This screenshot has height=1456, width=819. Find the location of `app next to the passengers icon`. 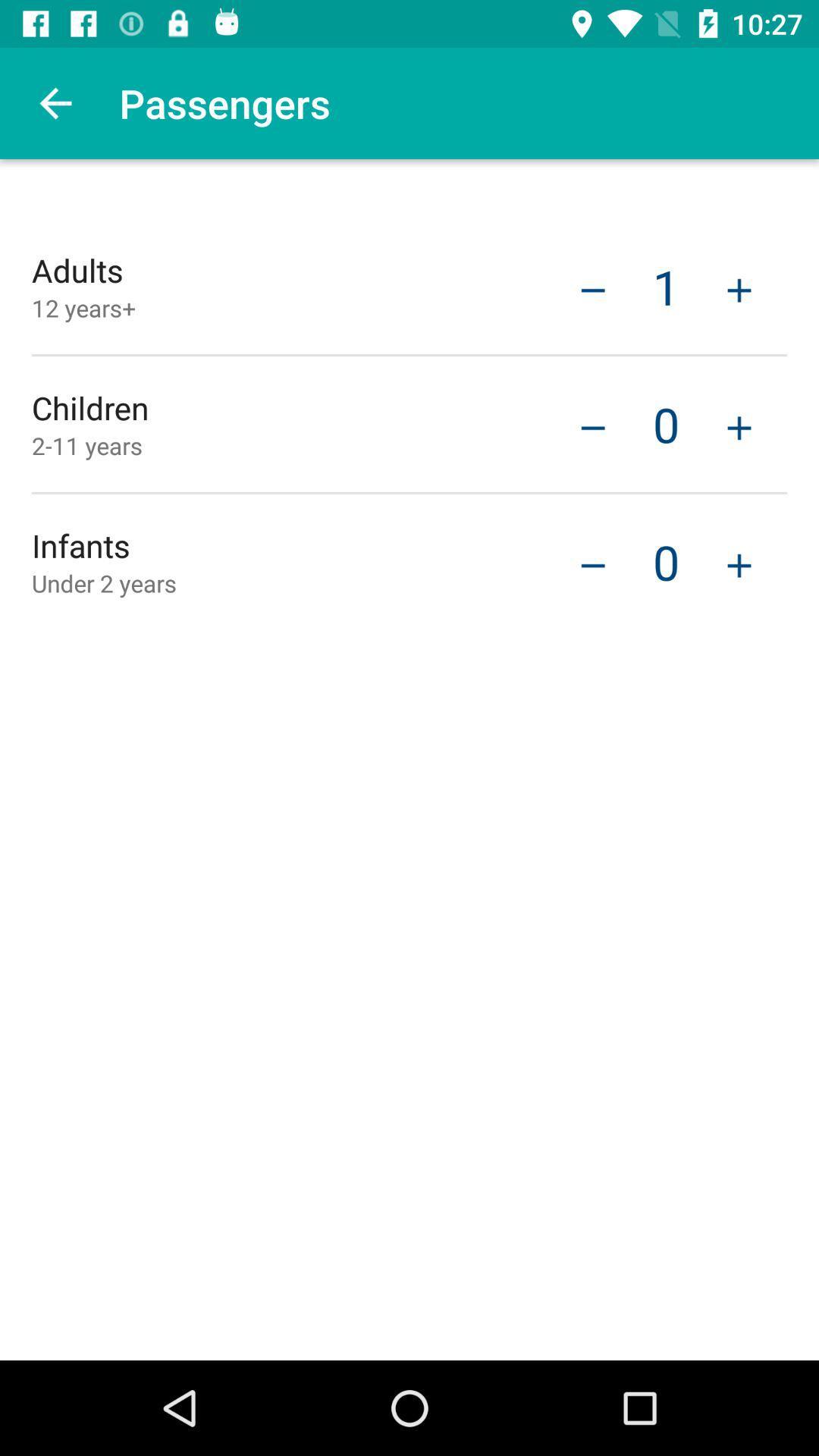

app next to the passengers icon is located at coordinates (55, 102).